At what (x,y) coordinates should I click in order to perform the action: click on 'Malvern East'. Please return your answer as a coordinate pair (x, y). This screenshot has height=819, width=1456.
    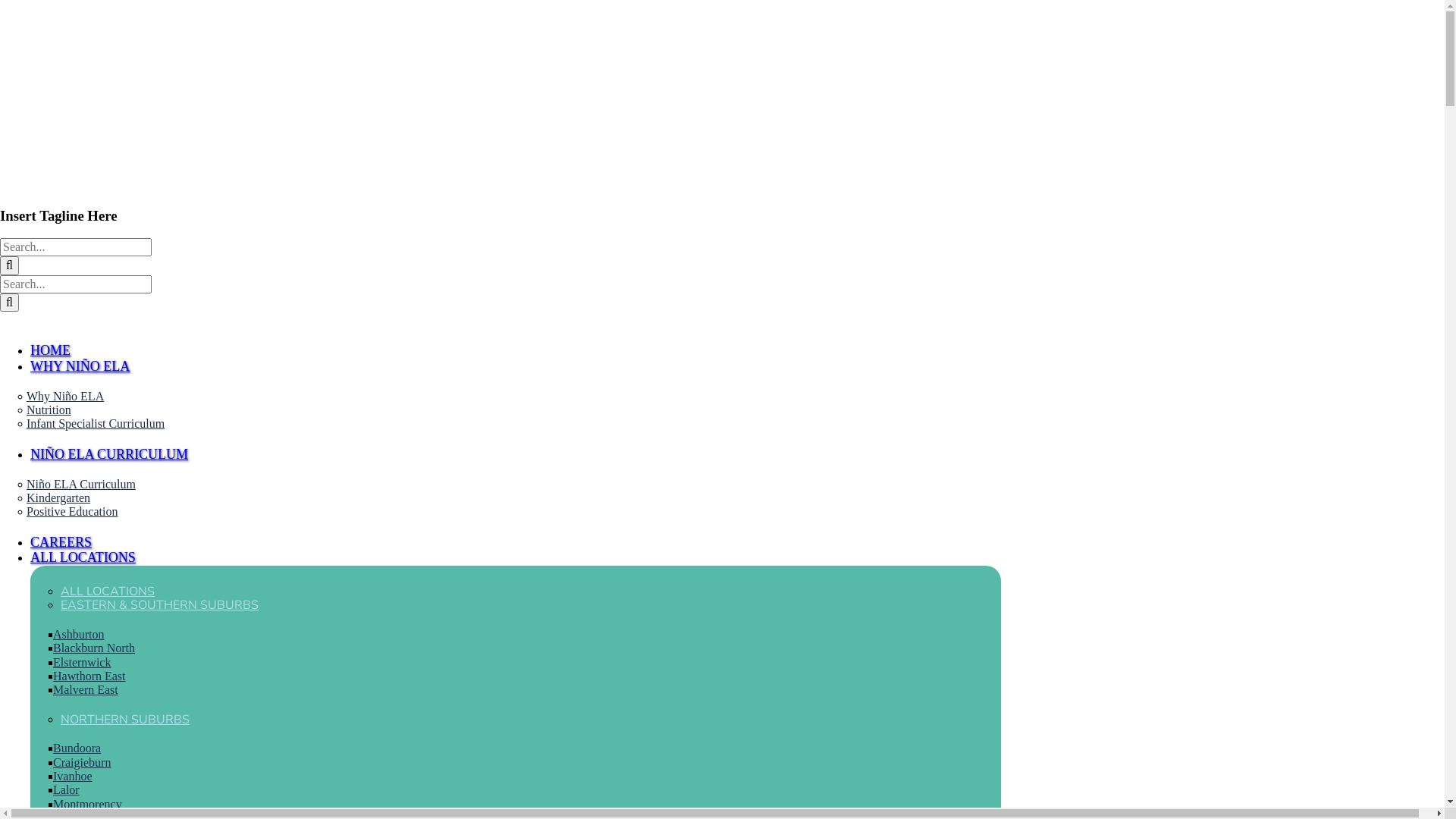
    Looking at the image, I should click on (89, 689).